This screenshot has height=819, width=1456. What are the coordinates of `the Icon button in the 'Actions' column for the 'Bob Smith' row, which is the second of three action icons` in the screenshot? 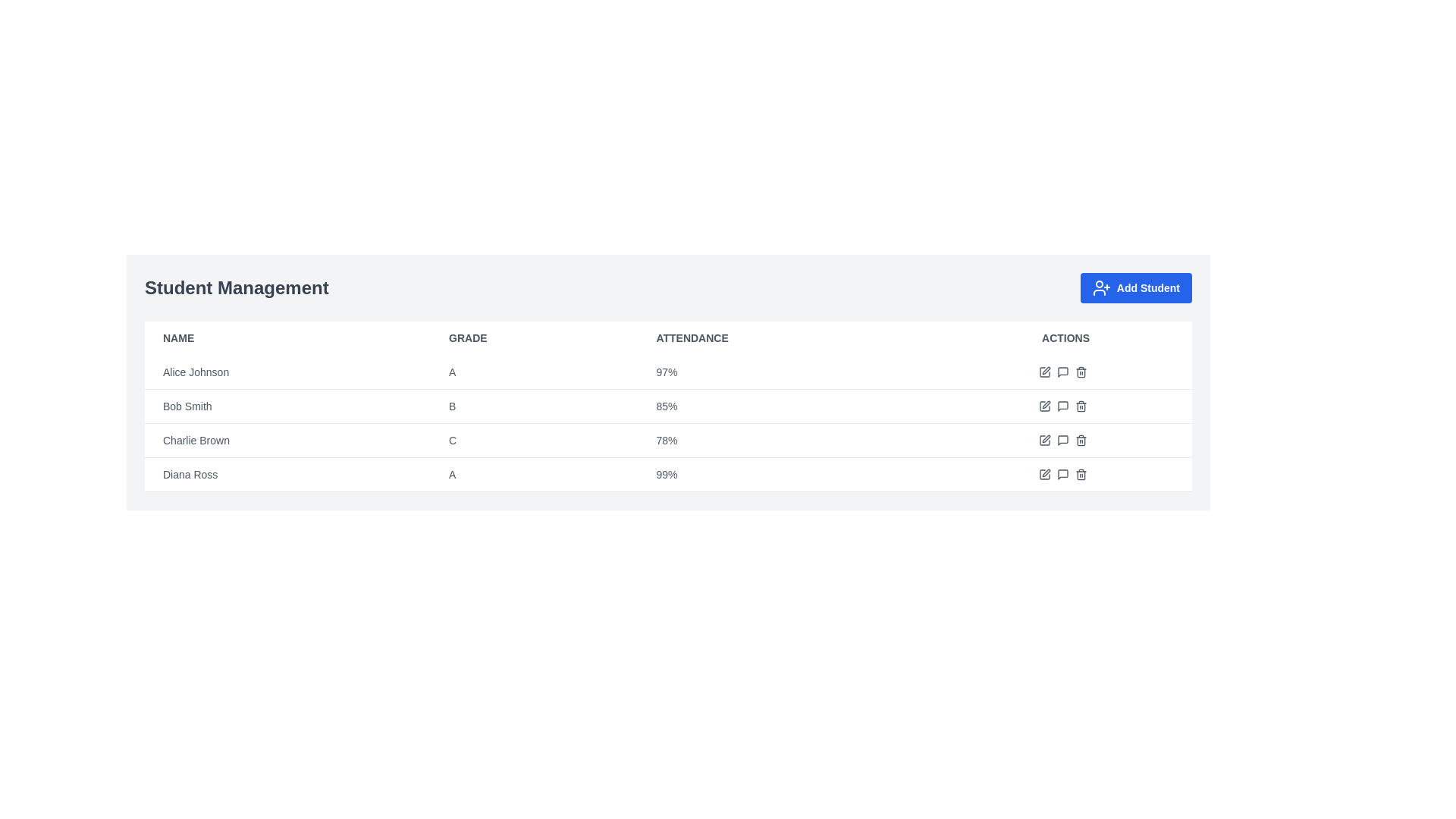 It's located at (1065, 406).